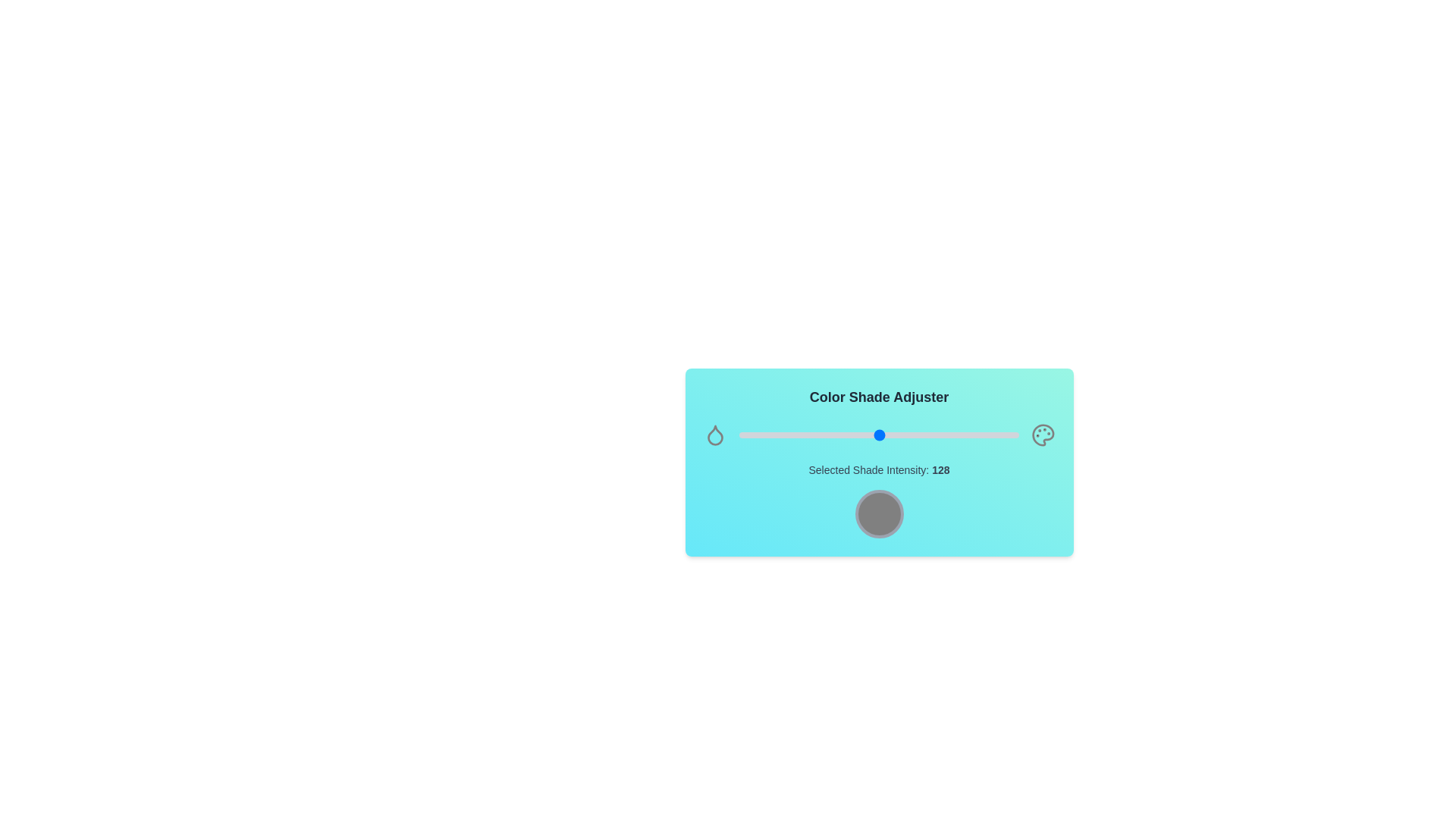  Describe the element at coordinates (902, 435) in the screenshot. I see `the shade intensity to 149 using the slider` at that location.